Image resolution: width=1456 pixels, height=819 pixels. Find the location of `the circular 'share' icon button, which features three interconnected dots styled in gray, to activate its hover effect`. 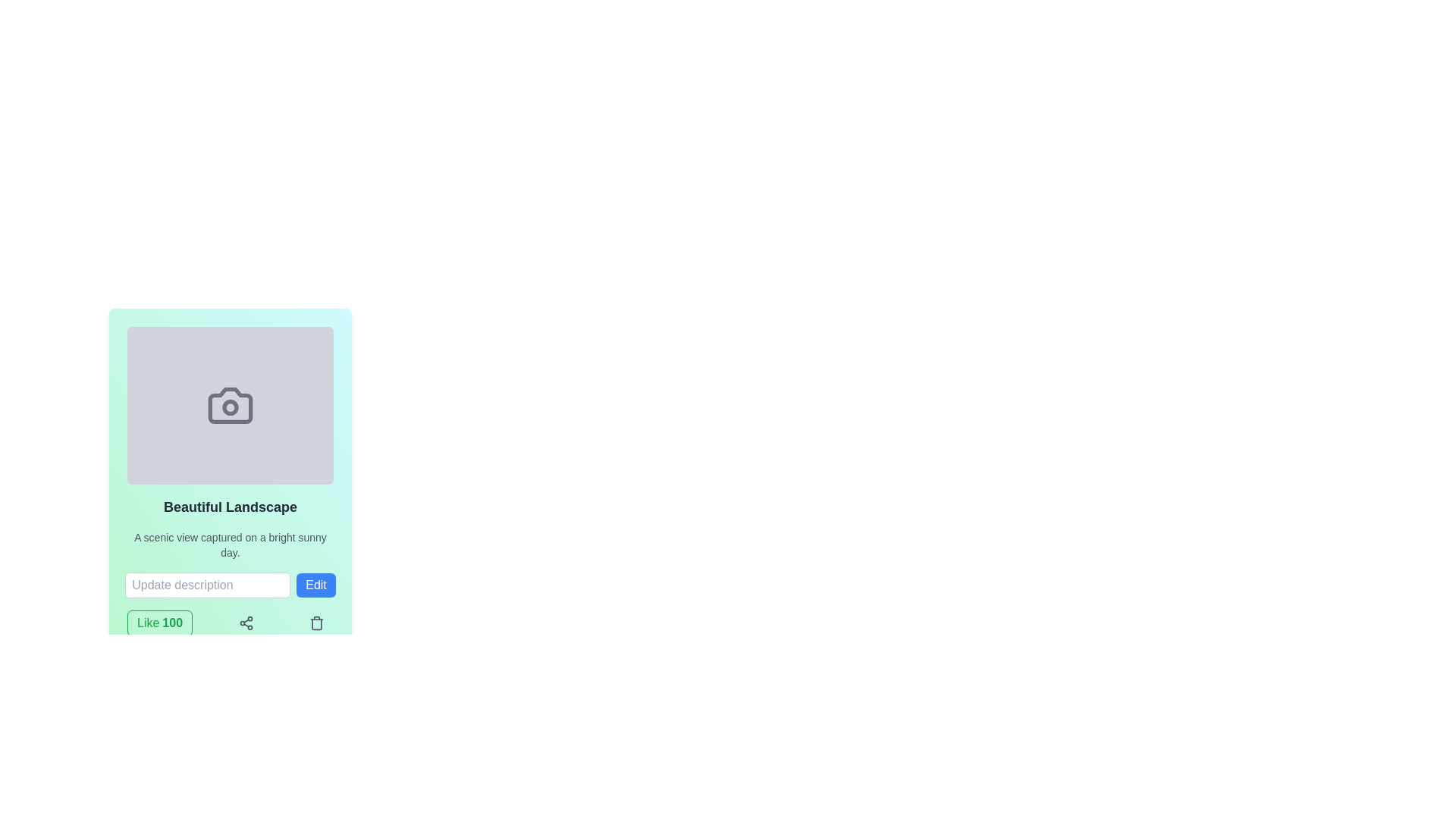

the circular 'share' icon button, which features three interconnected dots styled in gray, to activate its hover effect is located at coordinates (246, 623).